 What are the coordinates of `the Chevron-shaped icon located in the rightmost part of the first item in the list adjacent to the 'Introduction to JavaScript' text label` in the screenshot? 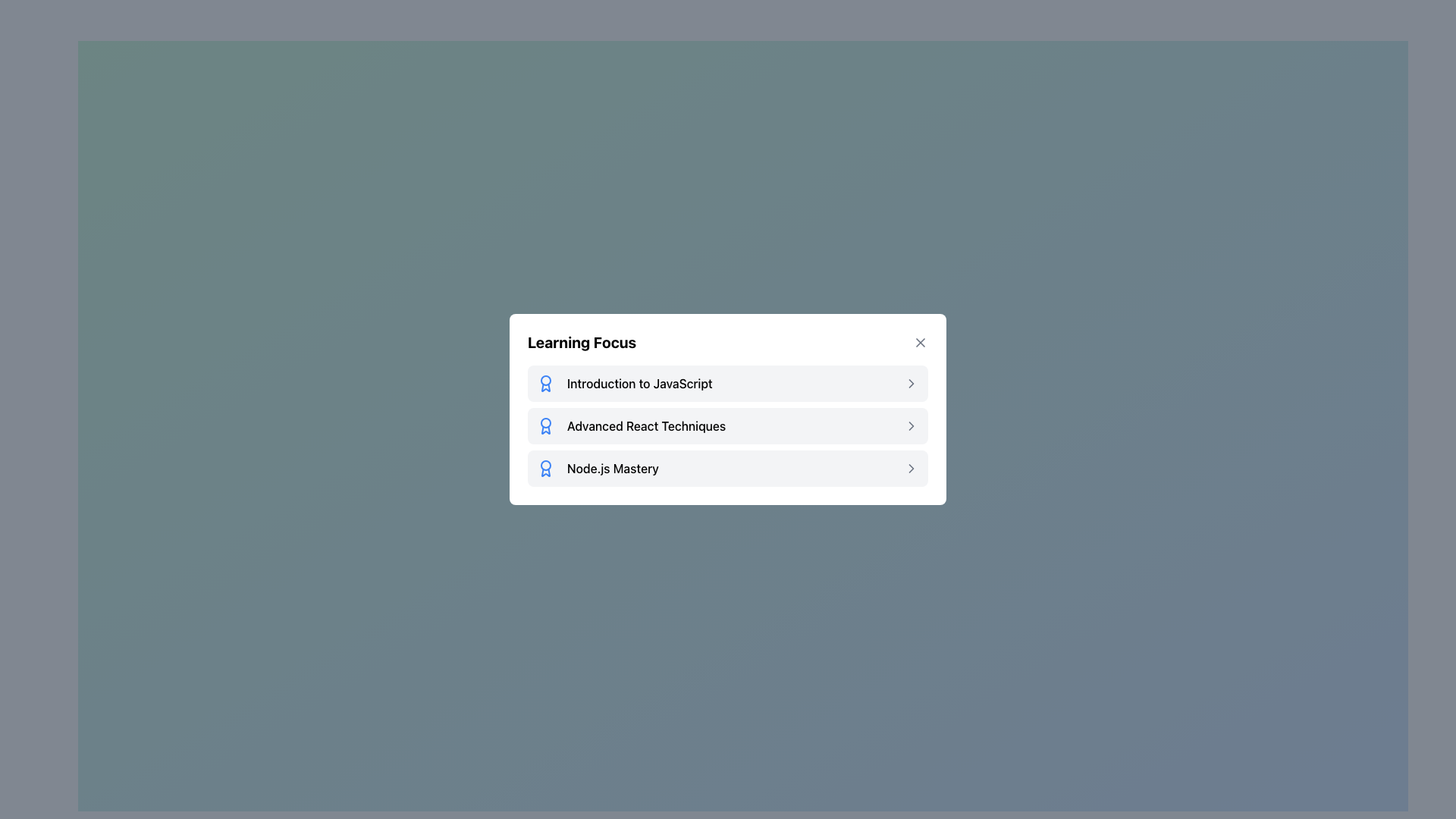 It's located at (910, 382).